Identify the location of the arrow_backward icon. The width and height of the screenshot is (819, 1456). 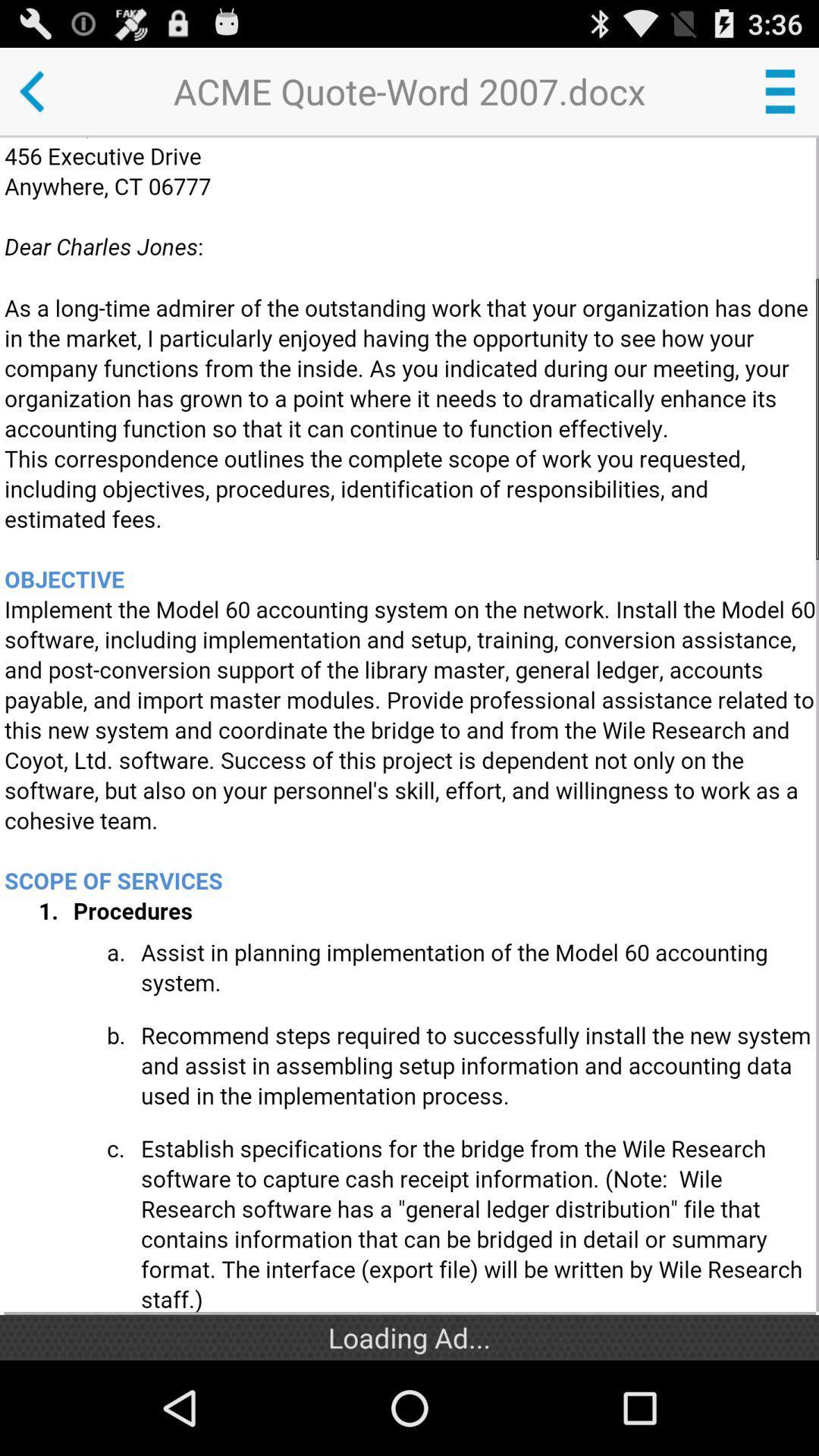
(42, 97).